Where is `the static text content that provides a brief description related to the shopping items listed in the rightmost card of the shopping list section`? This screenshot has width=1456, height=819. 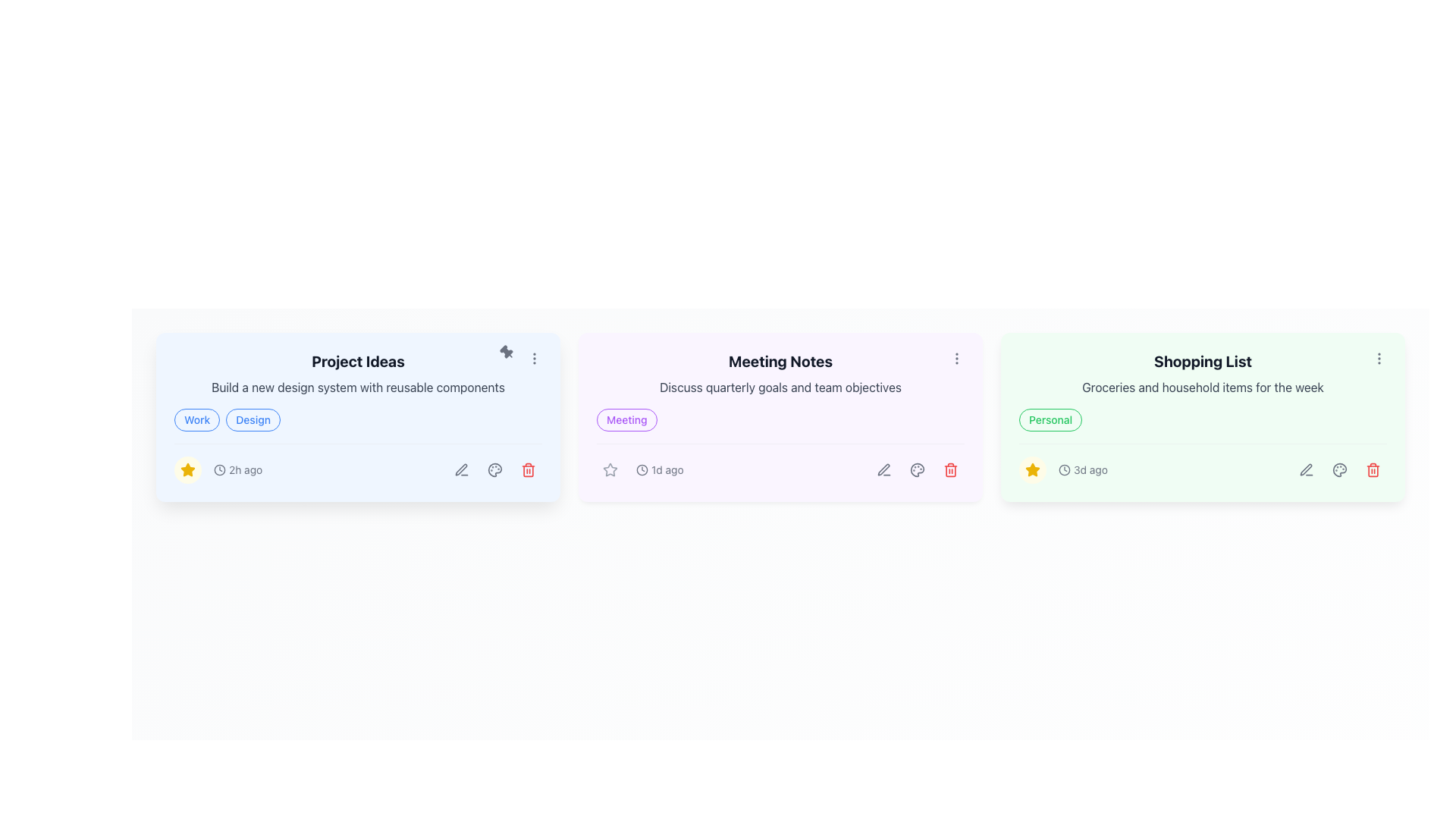 the static text content that provides a brief description related to the shopping items listed in the rightmost card of the shopping list section is located at coordinates (1202, 386).